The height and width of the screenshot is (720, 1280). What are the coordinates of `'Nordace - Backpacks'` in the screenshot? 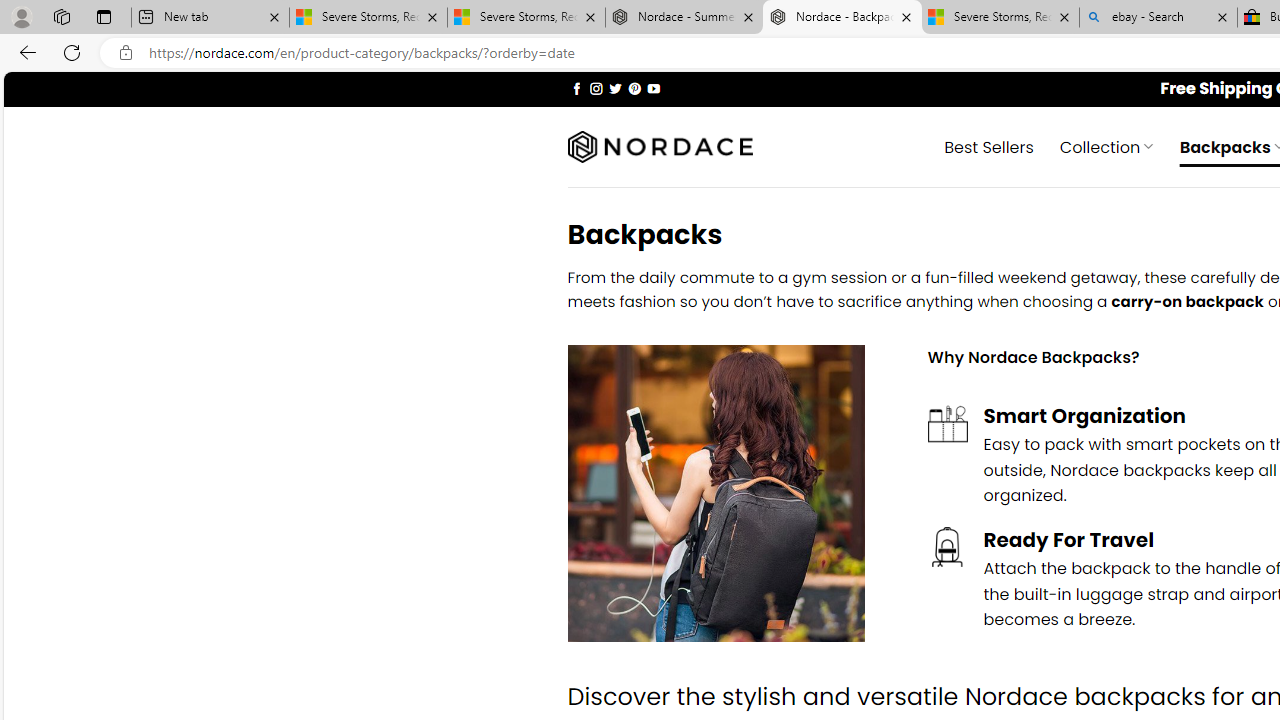 It's located at (842, 17).